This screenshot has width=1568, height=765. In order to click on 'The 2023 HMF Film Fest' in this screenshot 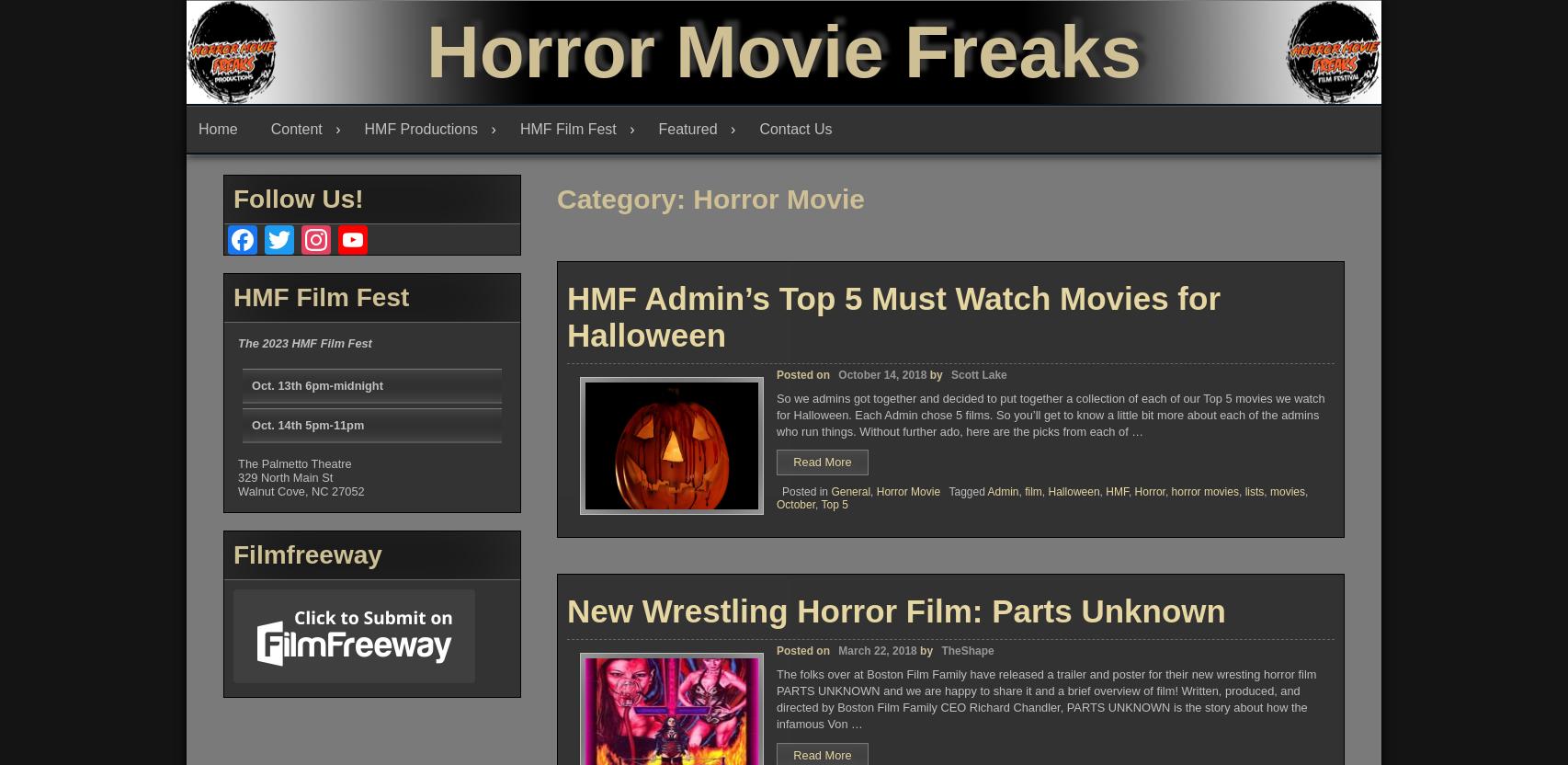, I will do `click(304, 341)`.